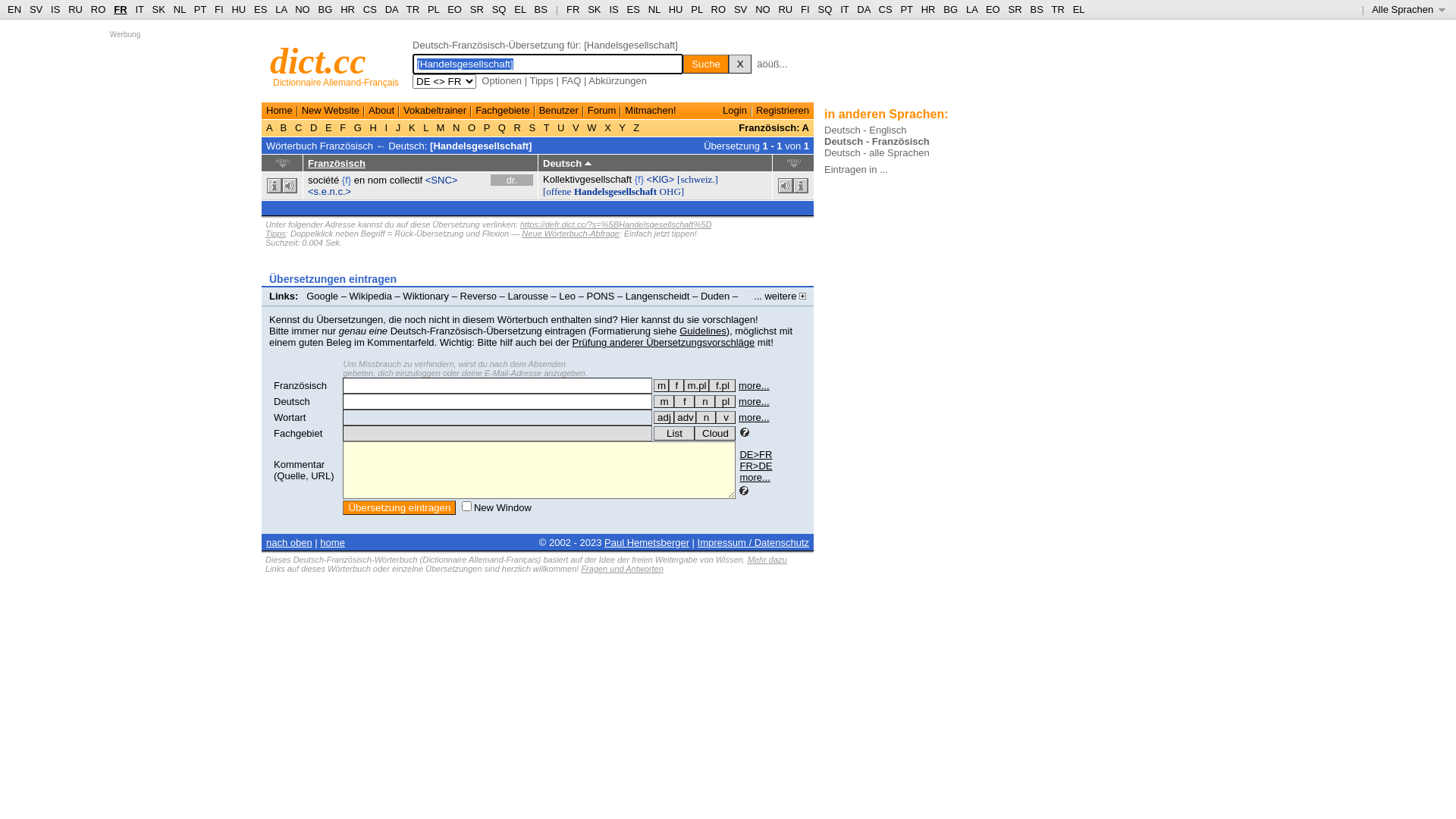  Describe the element at coordinates (724, 400) in the screenshot. I see `'pl'` at that location.